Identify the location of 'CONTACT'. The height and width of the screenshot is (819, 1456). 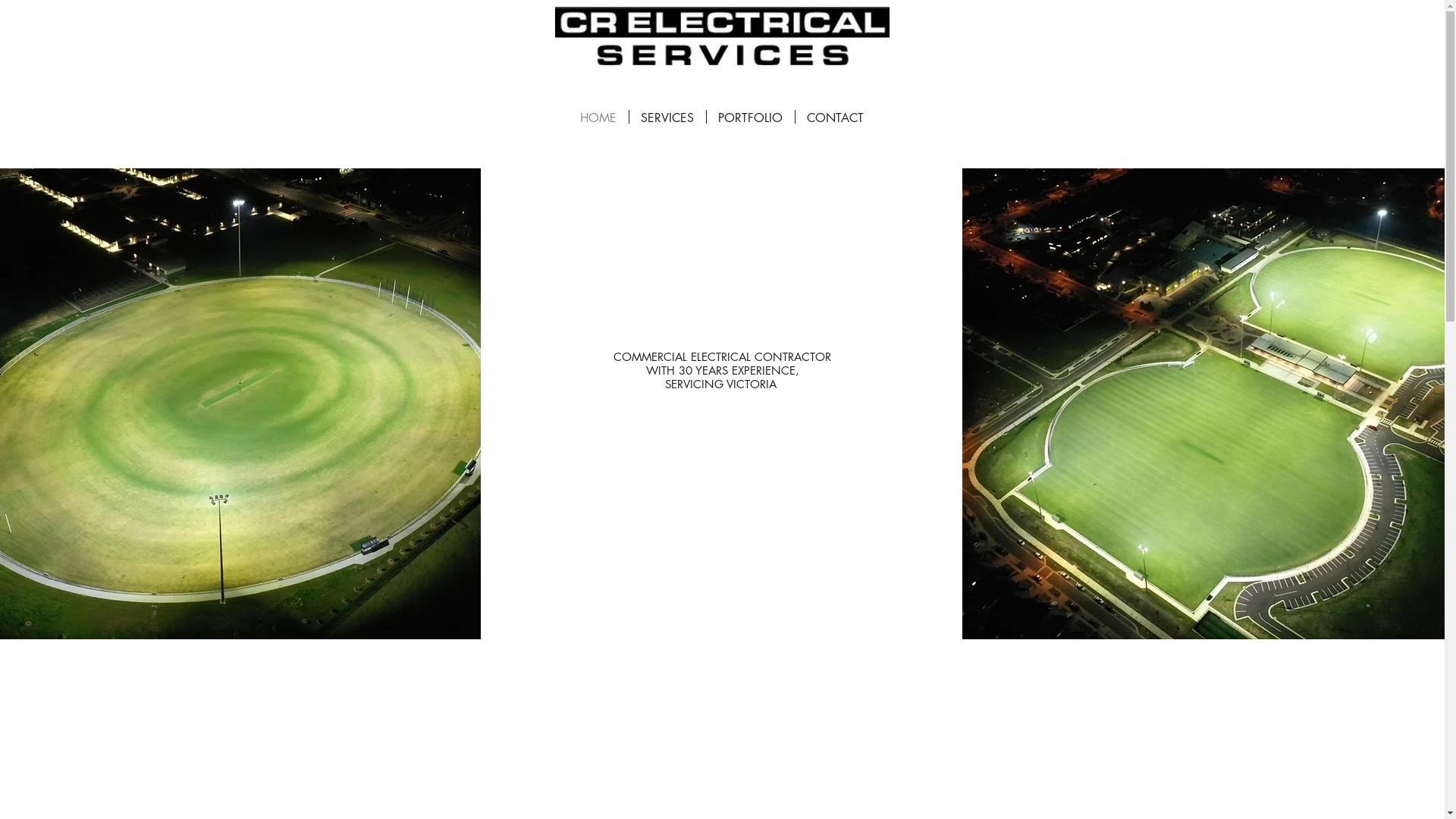
(833, 116).